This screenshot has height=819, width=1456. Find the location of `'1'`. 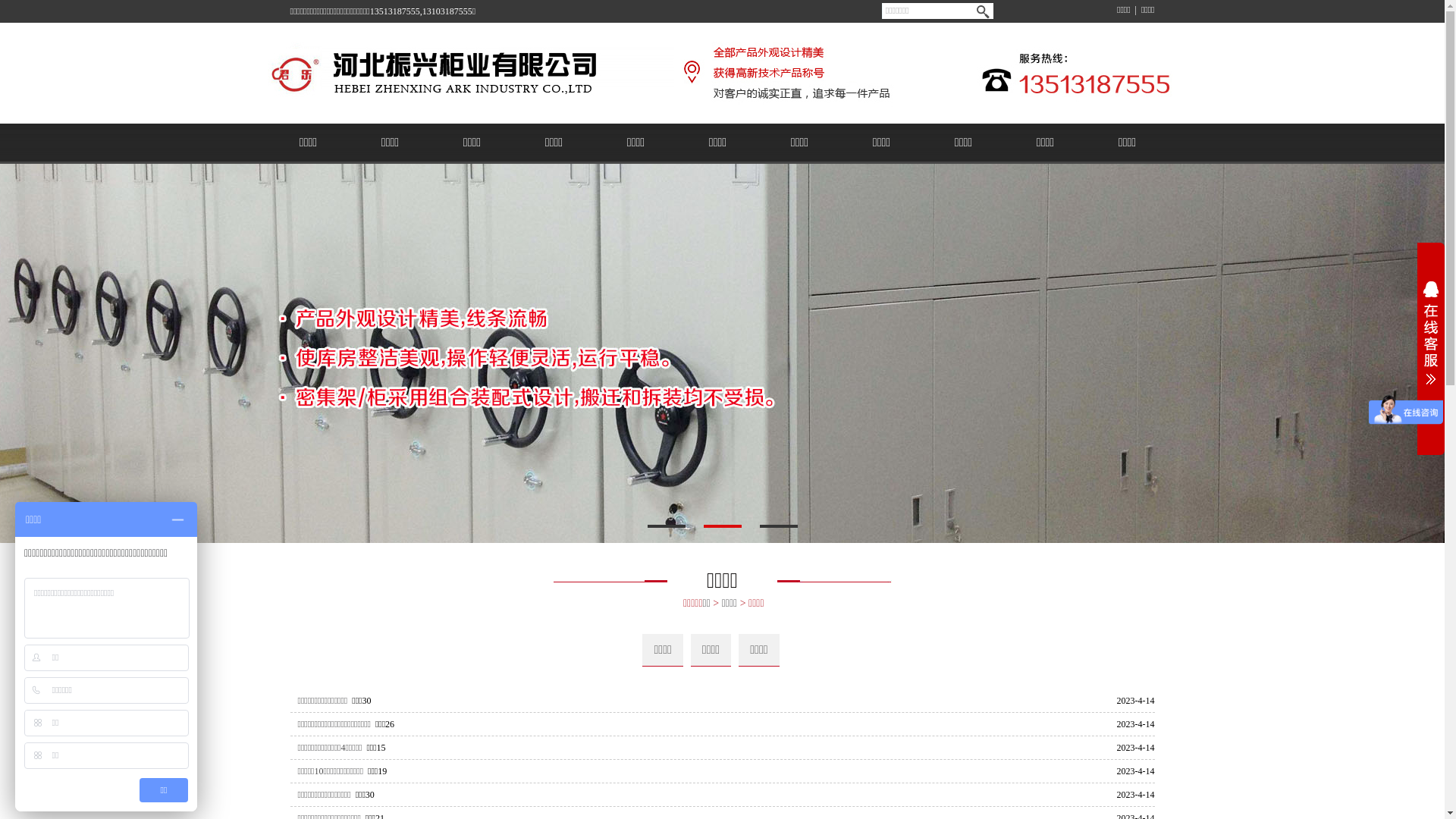

'1' is located at coordinates (666, 526).